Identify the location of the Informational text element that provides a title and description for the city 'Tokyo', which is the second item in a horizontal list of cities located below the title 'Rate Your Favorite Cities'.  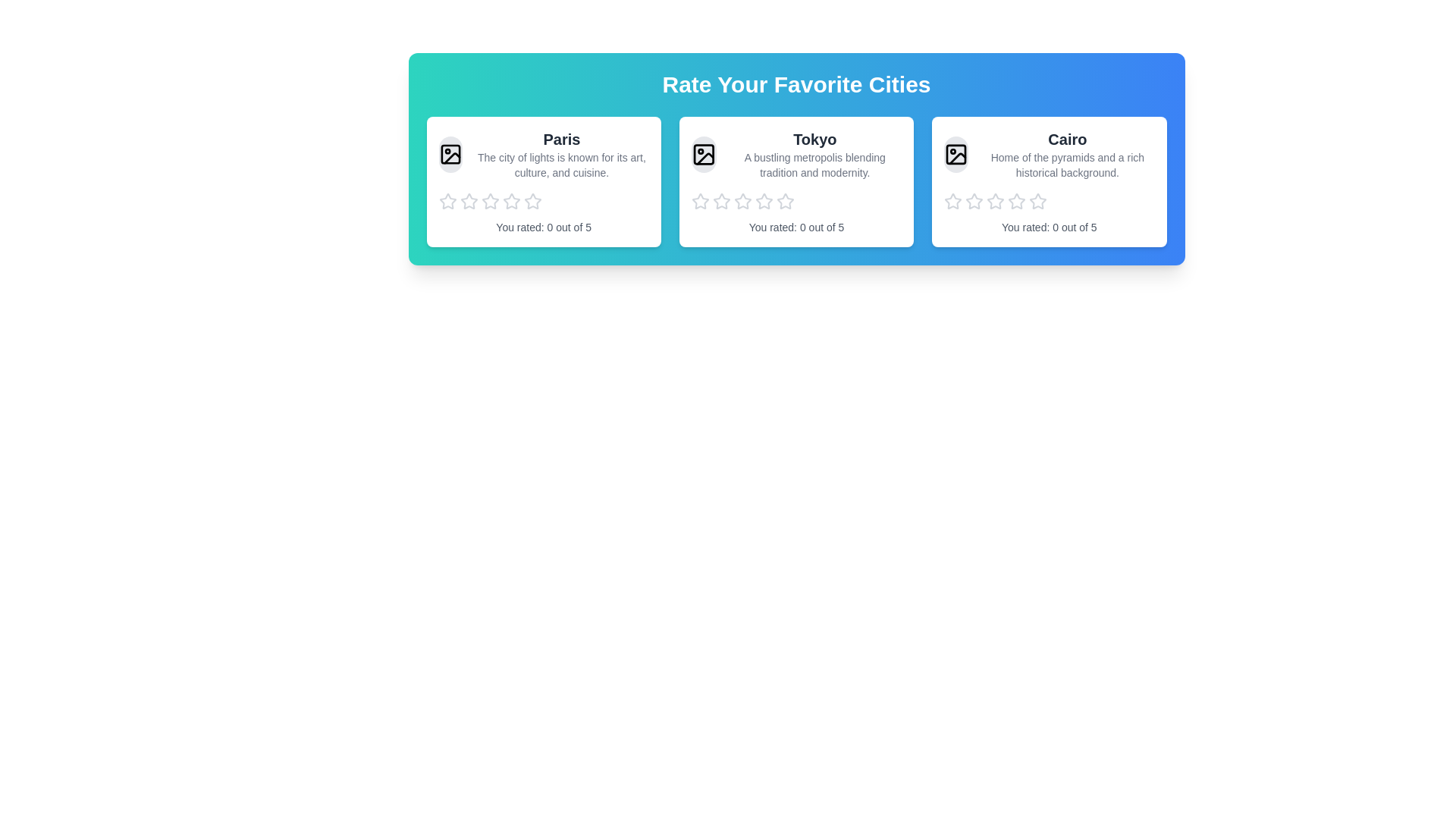
(814, 155).